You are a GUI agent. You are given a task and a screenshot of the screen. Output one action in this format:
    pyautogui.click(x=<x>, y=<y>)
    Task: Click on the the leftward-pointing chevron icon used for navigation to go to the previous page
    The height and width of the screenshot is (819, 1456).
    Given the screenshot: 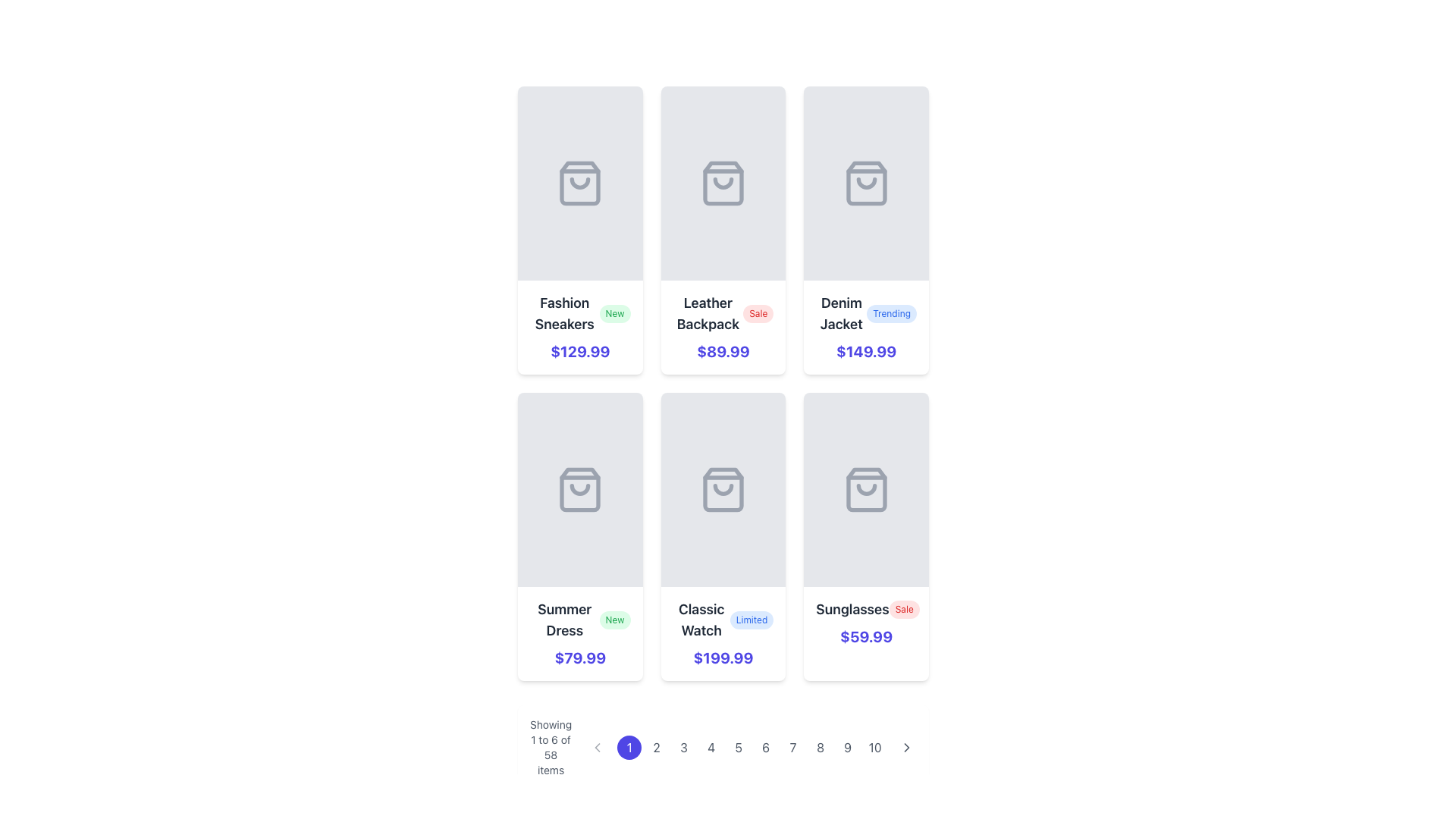 What is the action you would take?
    pyautogui.click(x=596, y=747)
    